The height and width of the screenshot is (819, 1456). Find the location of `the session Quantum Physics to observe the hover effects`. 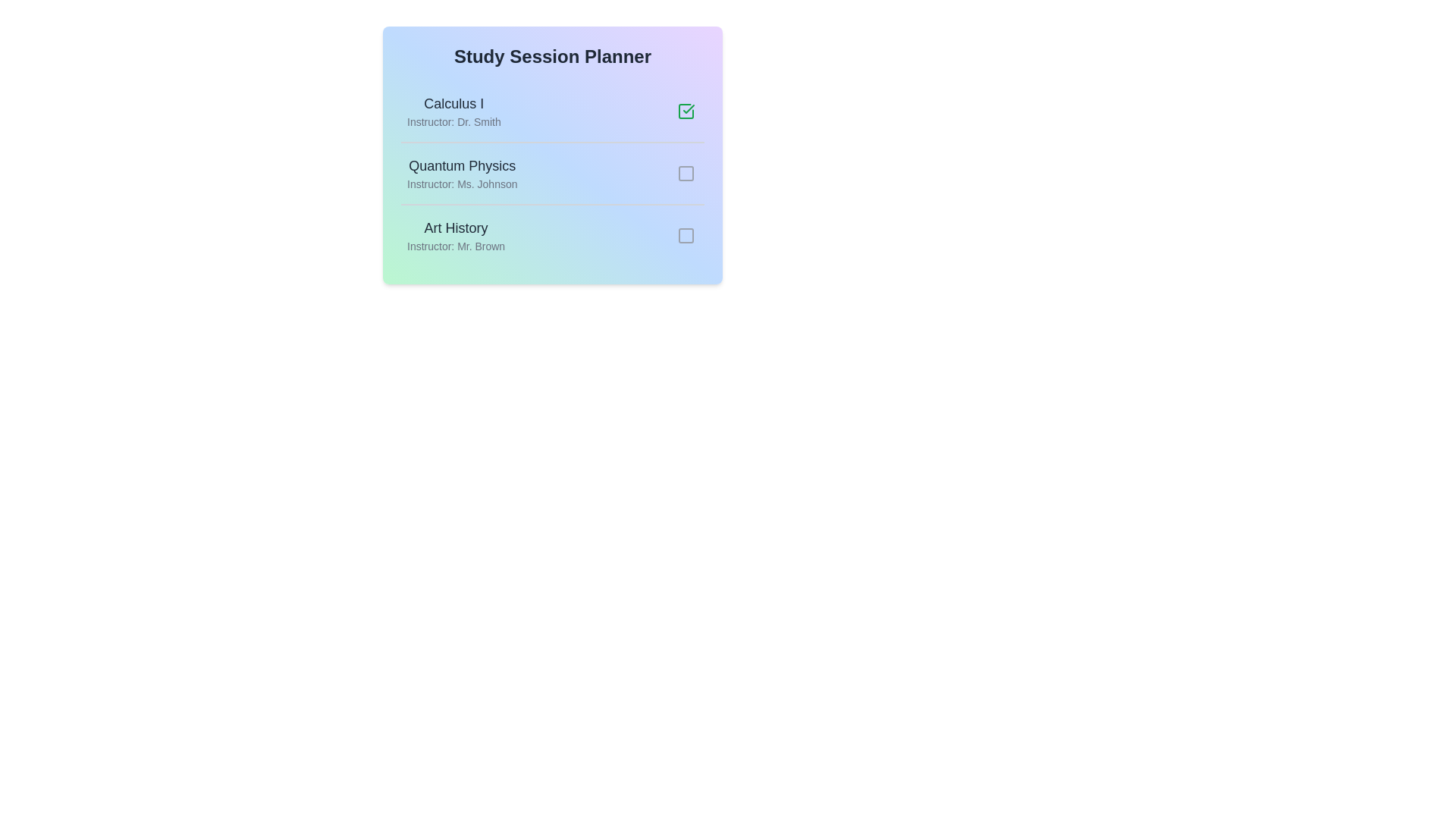

the session Quantum Physics to observe the hover effects is located at coordinates (552, 171).